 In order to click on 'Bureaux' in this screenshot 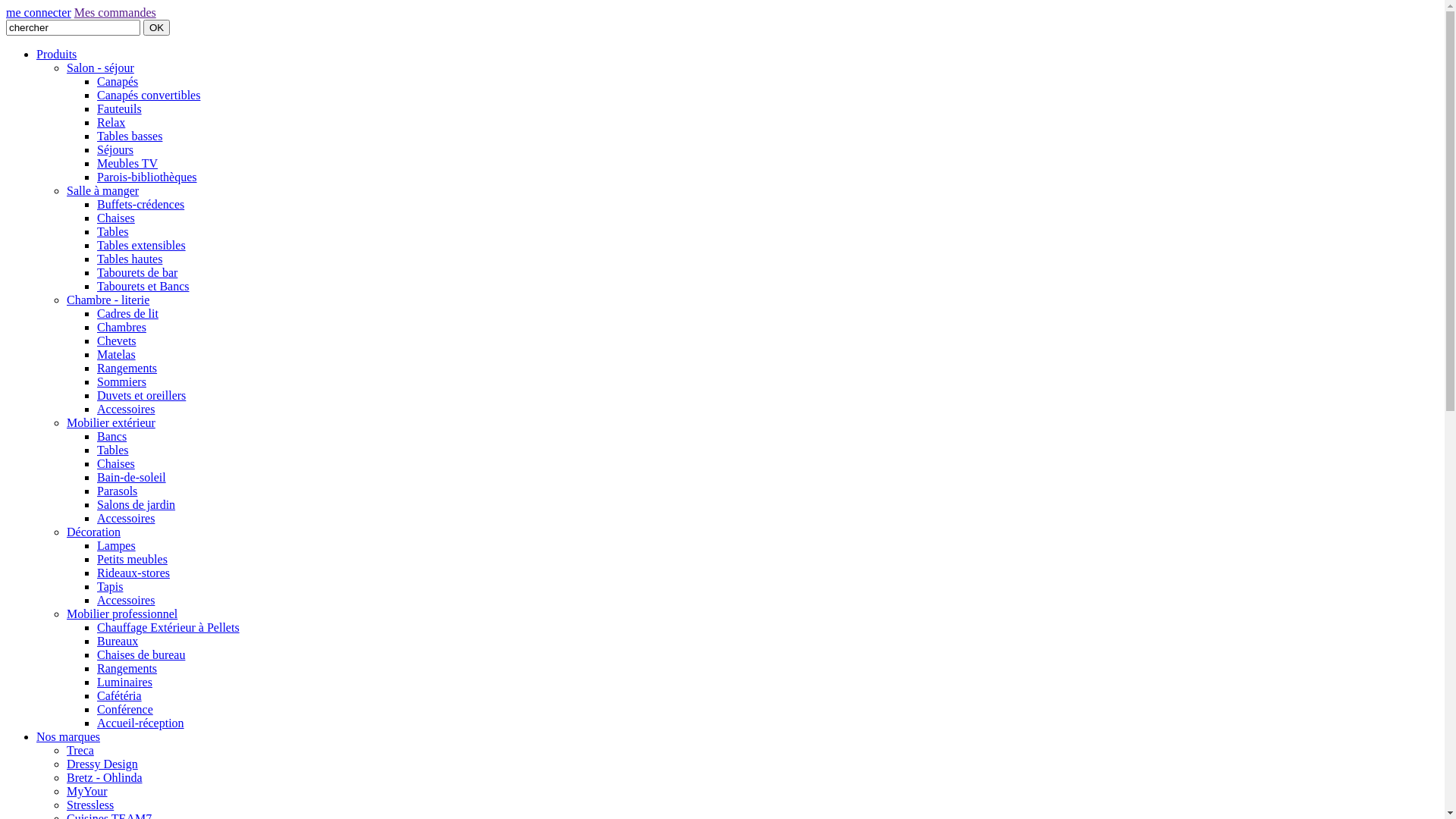, I will do `click(116, 641)`.